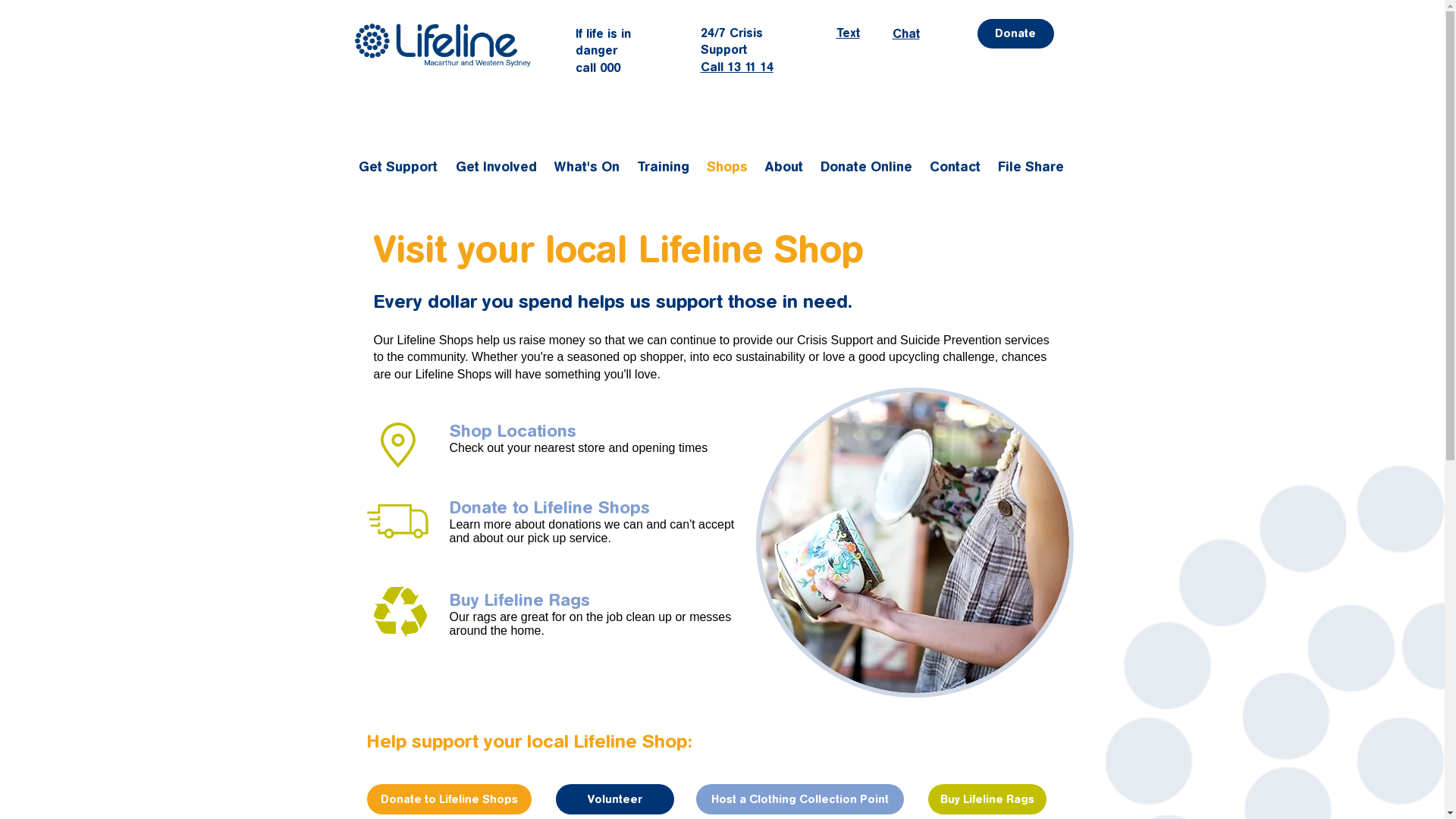 The width and height of the screenshot is (1456, 819). What do you see at coordinates (987, 798) in the screenshot?
I see `'Buy Lifeline Rags'` at bounding box center [987, 798].